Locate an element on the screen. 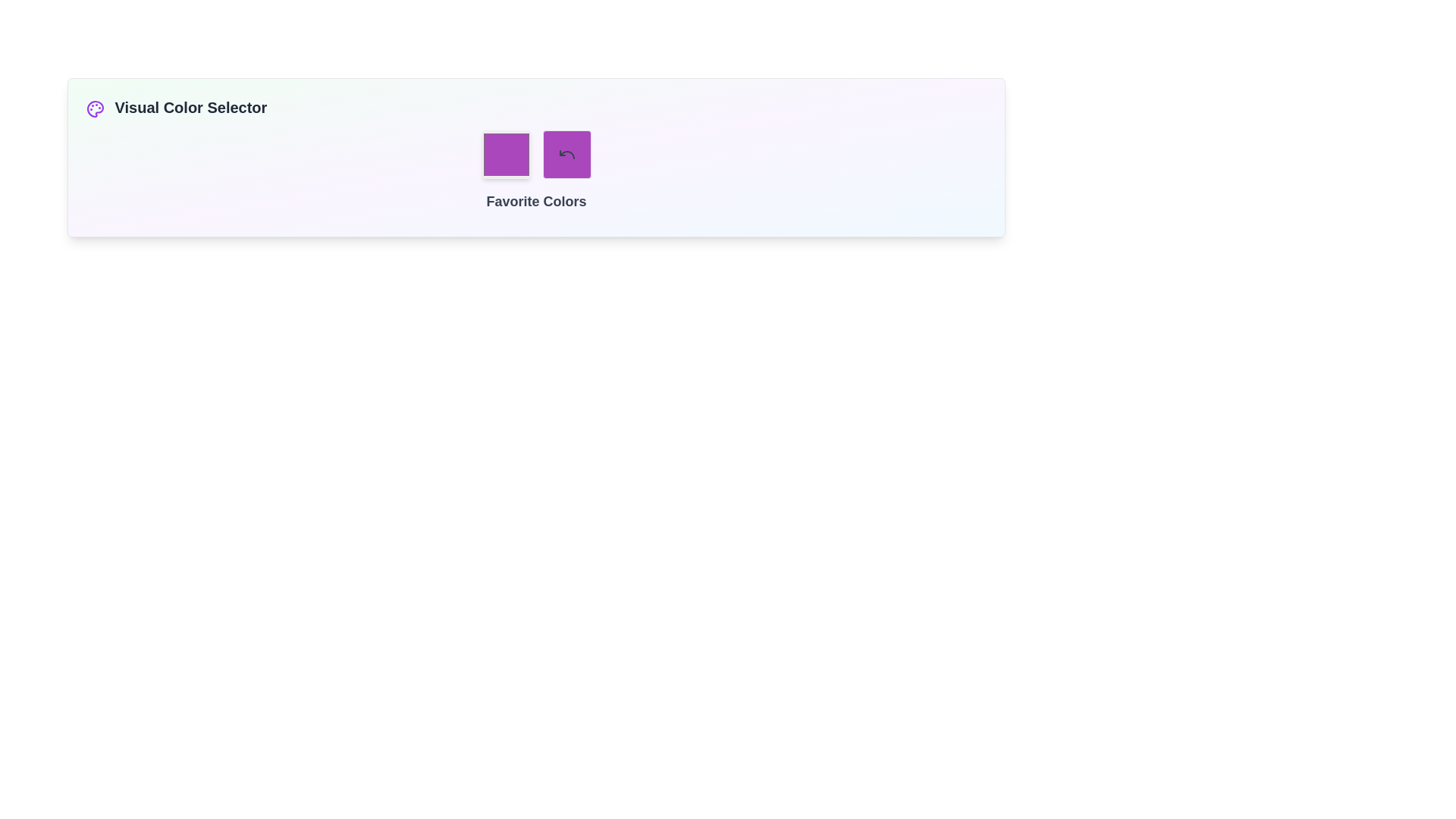 This screenshot has width=1456, height=819. the 'Favorite Colors' text label, which is a bold and large font styled text rendered in gray, located centrally below a grid of purple icons is located at coordinates (536, 201).